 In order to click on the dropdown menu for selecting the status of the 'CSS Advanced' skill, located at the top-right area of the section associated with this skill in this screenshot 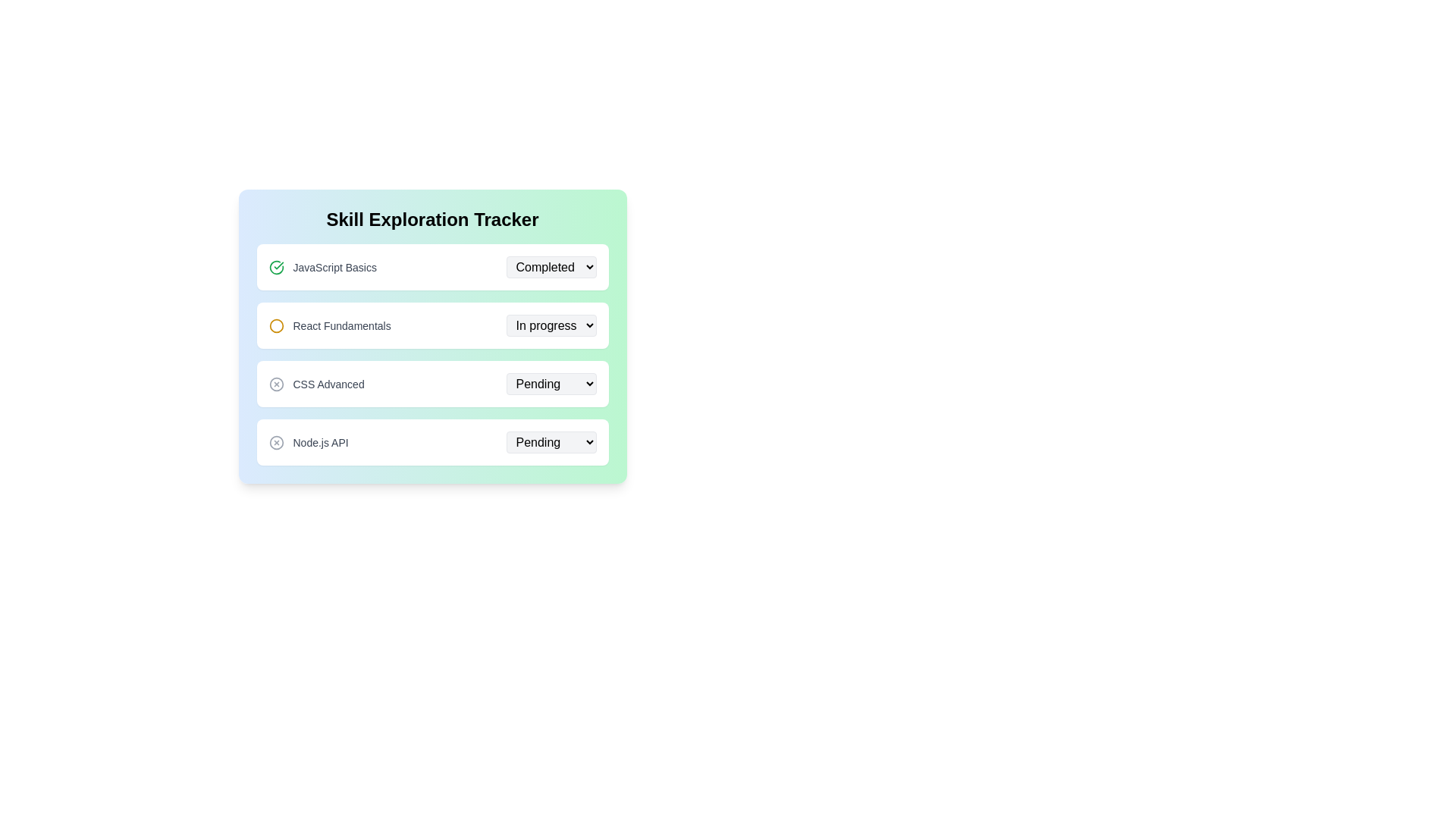, I will do `click(550, 383)`.